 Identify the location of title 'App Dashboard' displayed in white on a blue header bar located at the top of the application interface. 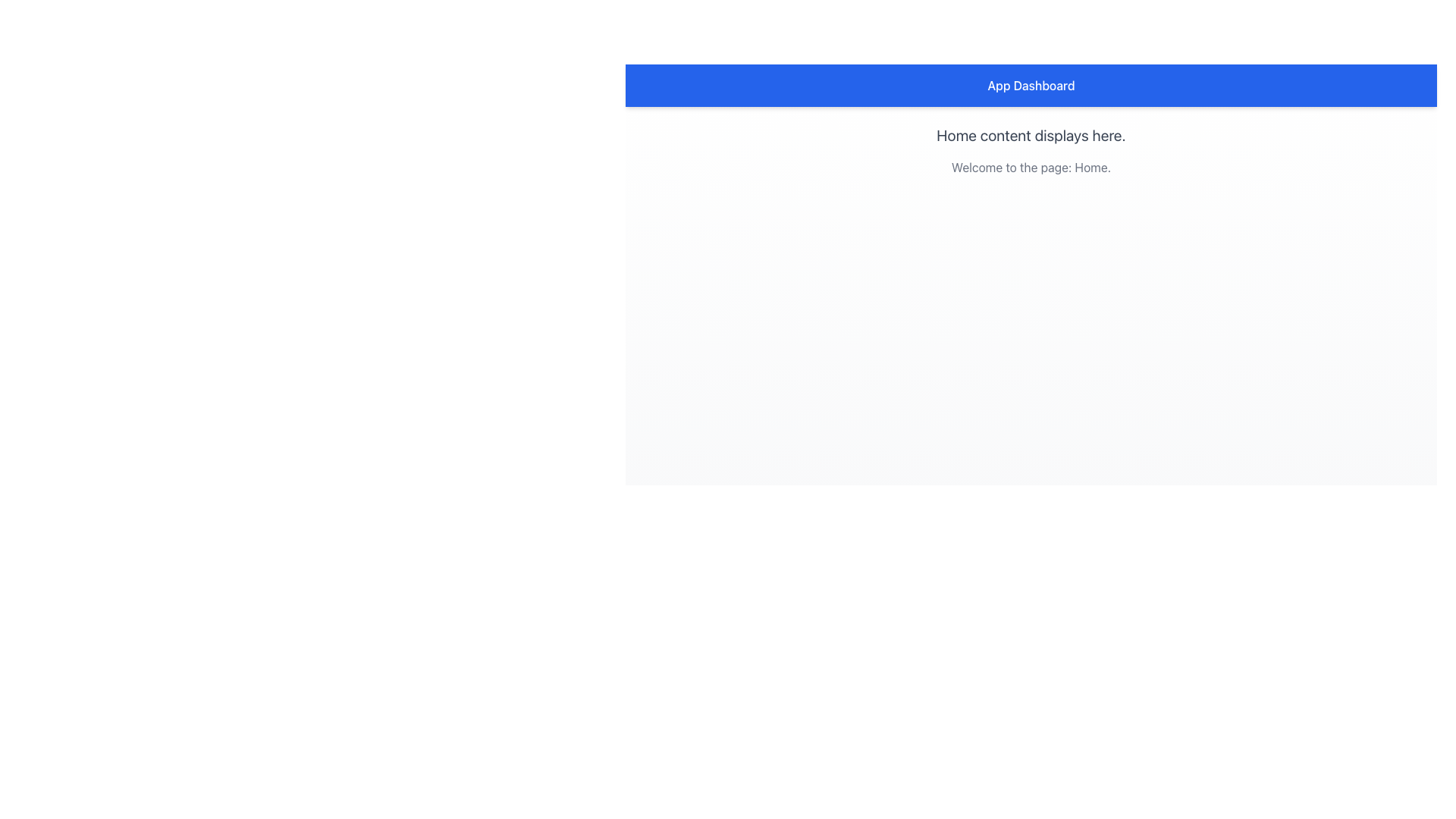
(1031, 85).